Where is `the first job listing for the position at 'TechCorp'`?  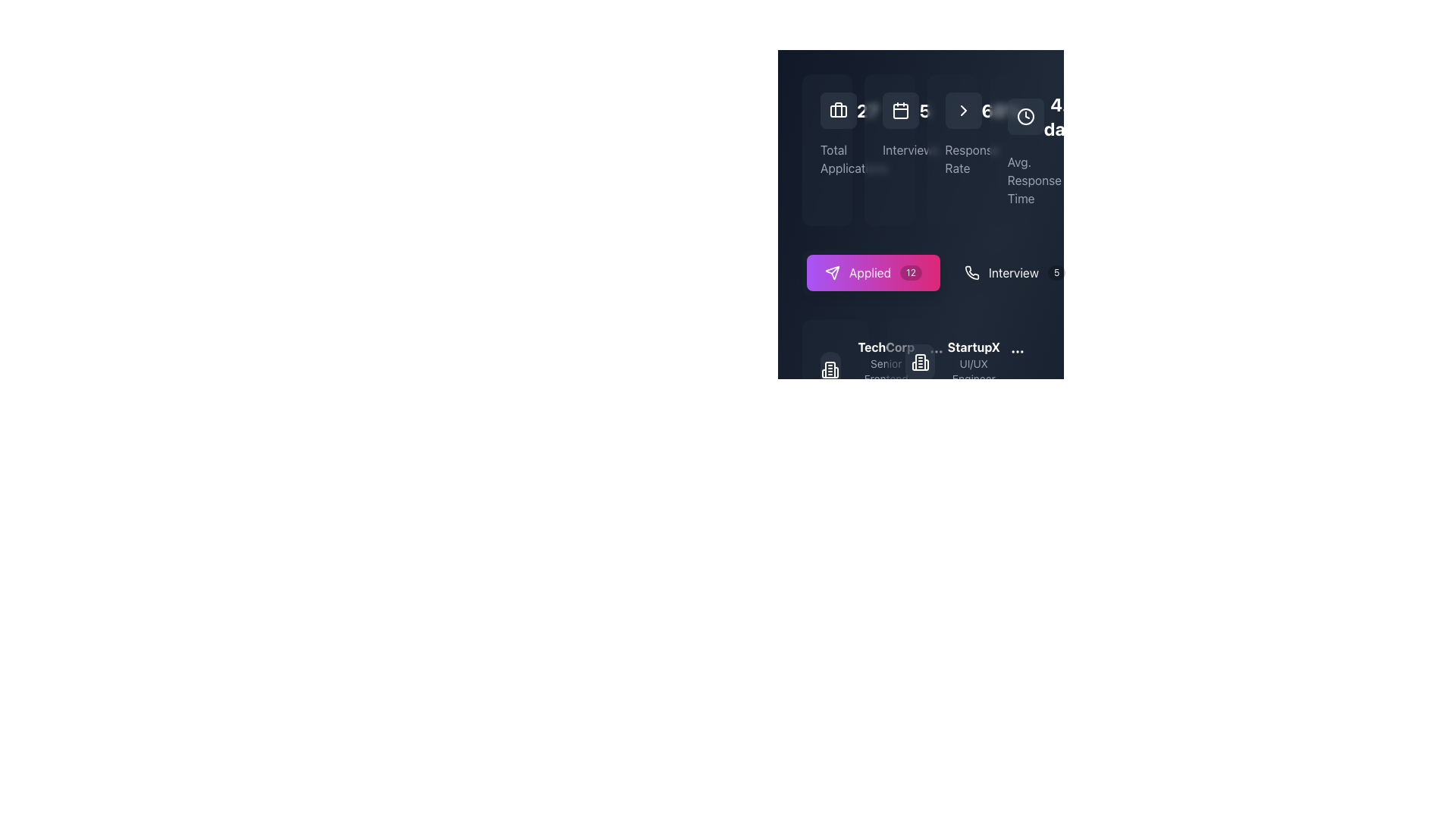
the first job listing for the position at 'TechCorp' is located at coordinates (871, 370).